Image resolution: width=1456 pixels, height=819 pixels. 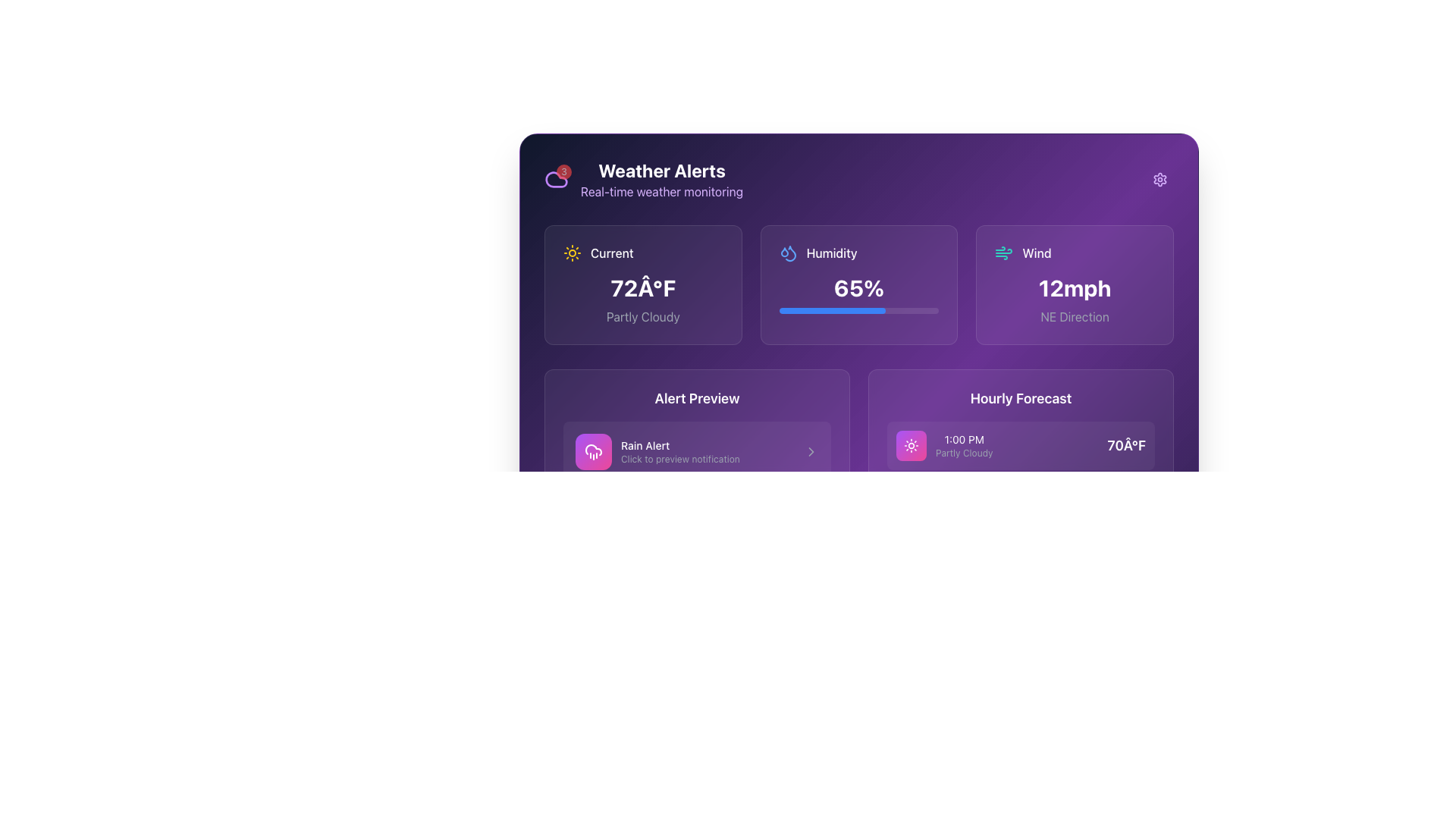 What do you see at coordinates (1021, 519) in the screenshot?
I see `the Information display panel that shows hourly weather forecast information, located in the bottom-right section of the interface` at bounding box center [1021, 519].